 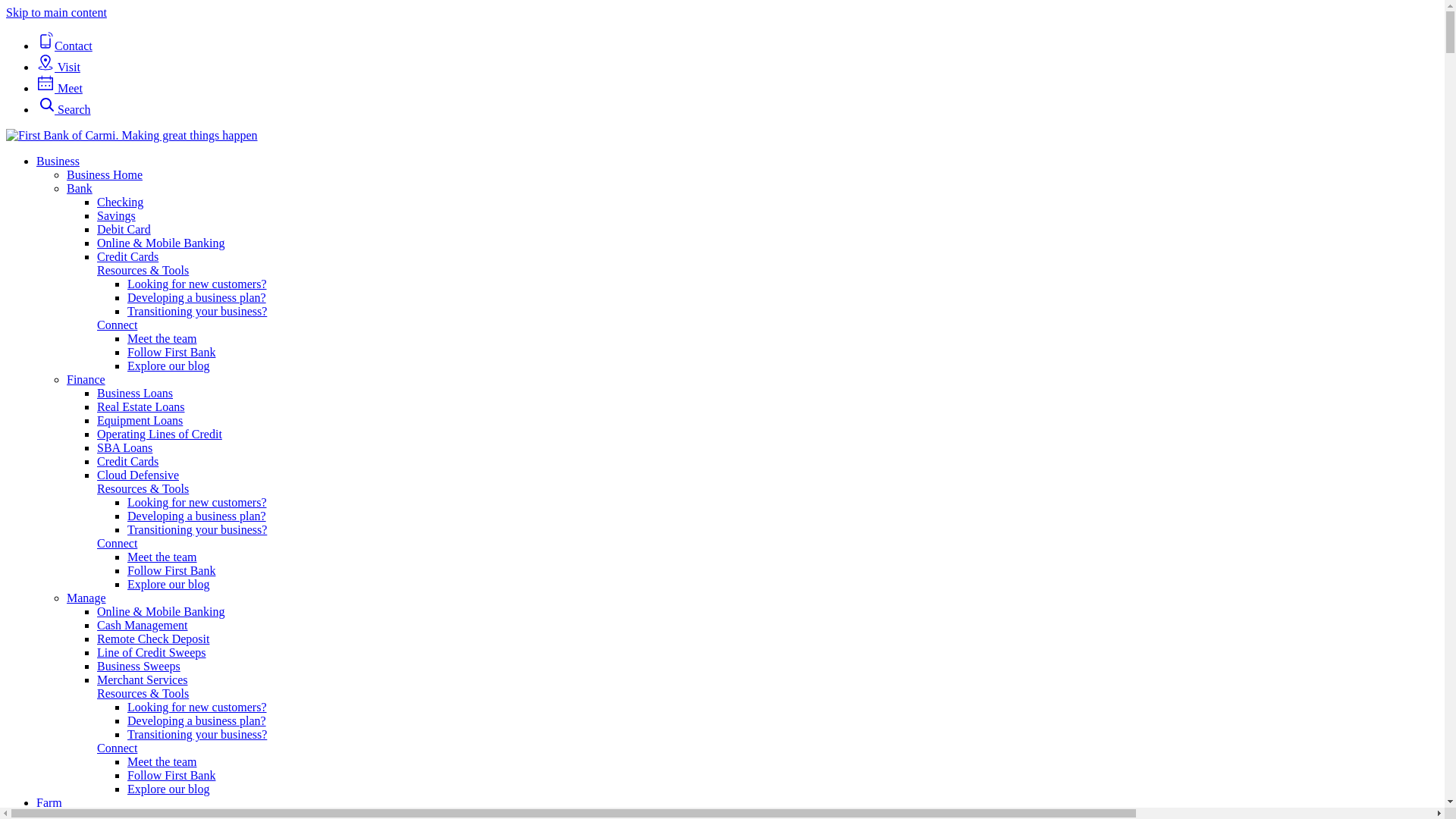 What do you see at coordinates (140, 420) in the screenshot?
I see `'Equipment Loans'` at bounding box center [140, 420].